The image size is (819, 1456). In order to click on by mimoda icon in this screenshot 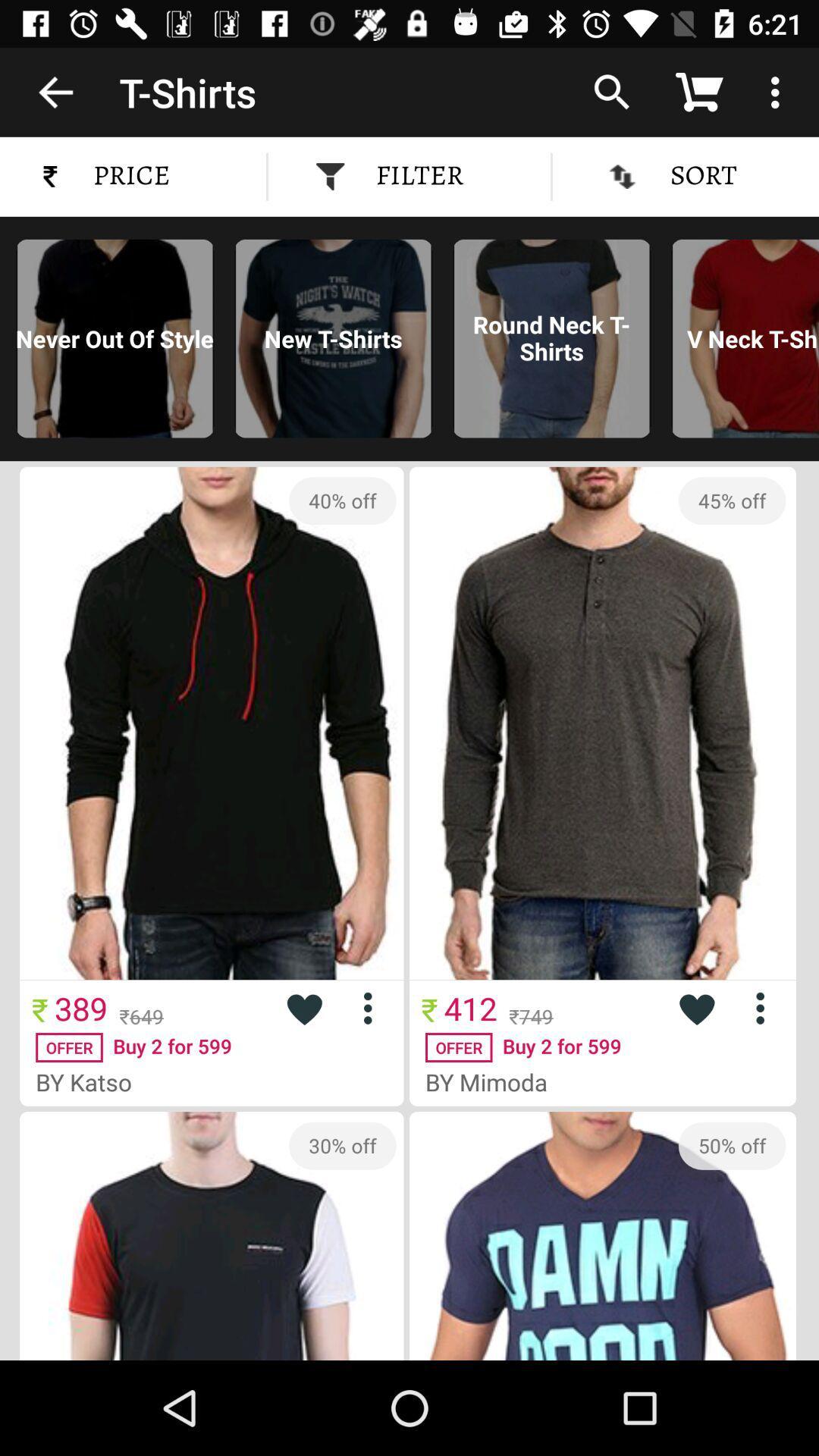, I will do `click(492, 1081)`.